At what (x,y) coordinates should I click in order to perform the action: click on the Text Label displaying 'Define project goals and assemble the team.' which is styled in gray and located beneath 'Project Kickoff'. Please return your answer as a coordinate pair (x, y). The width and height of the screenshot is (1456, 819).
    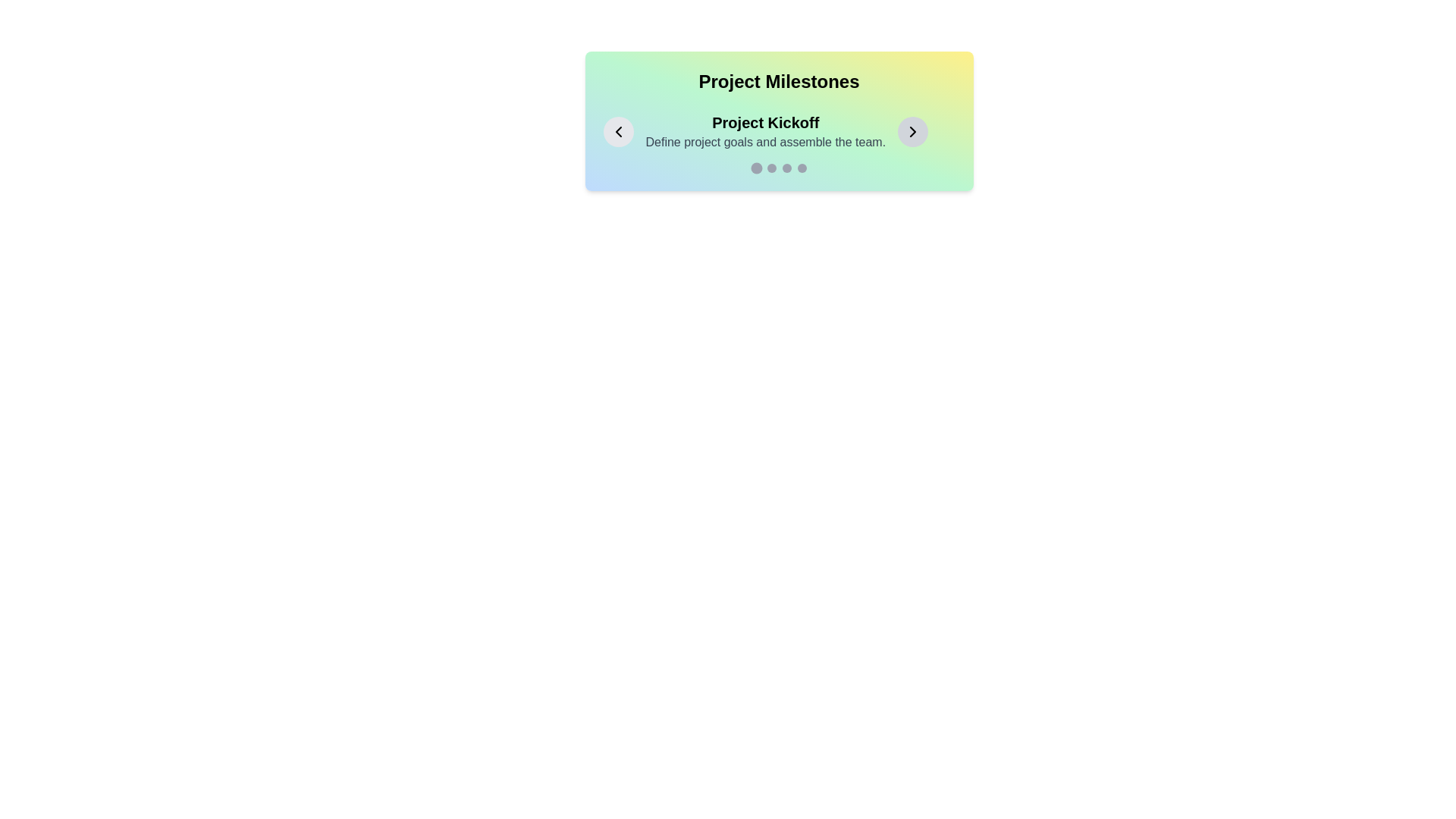
    Looking at the image, I should click on (765, 143).